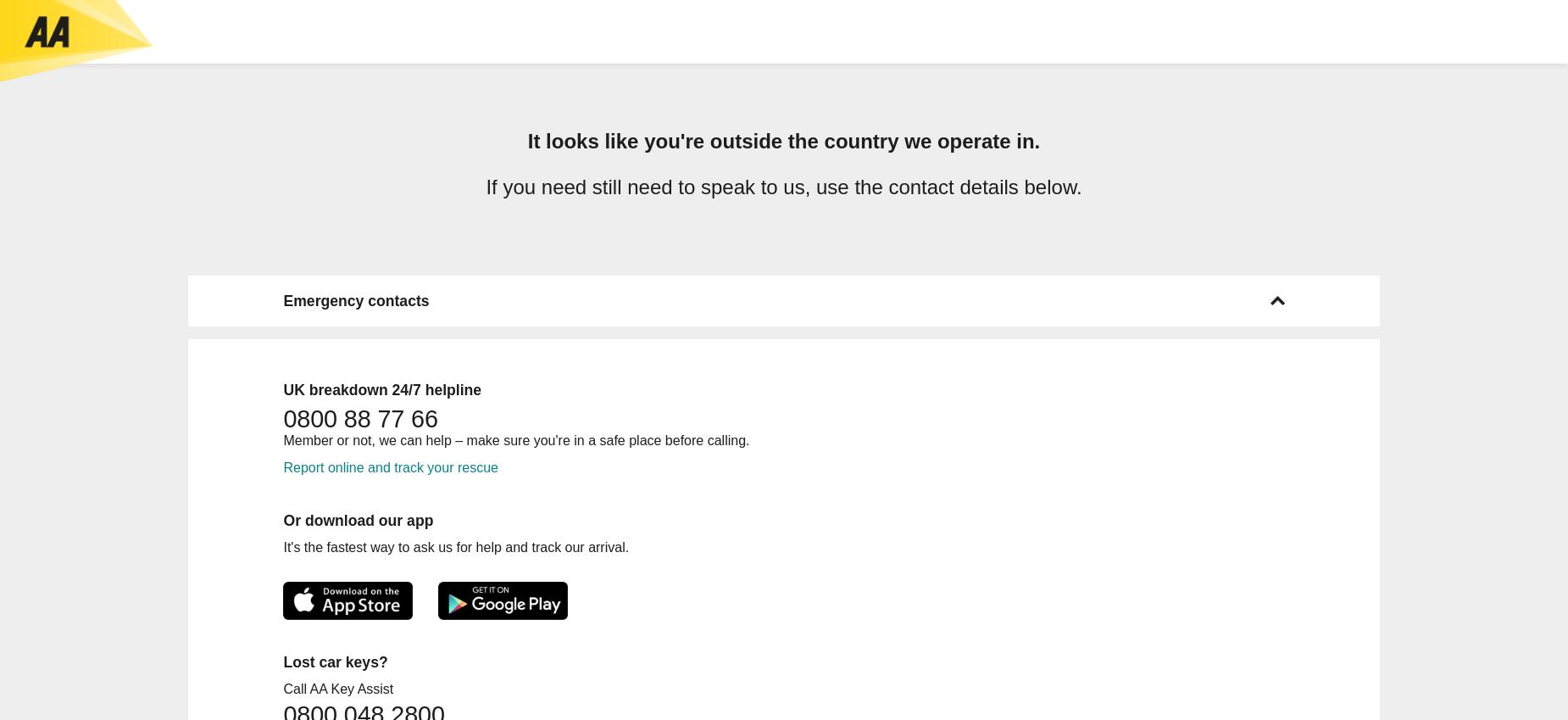 The image size is (1568, 720). Describe the element at coordinates (281, 688) in the screenshot. I see `'Call AA Key Assist'` at that location.